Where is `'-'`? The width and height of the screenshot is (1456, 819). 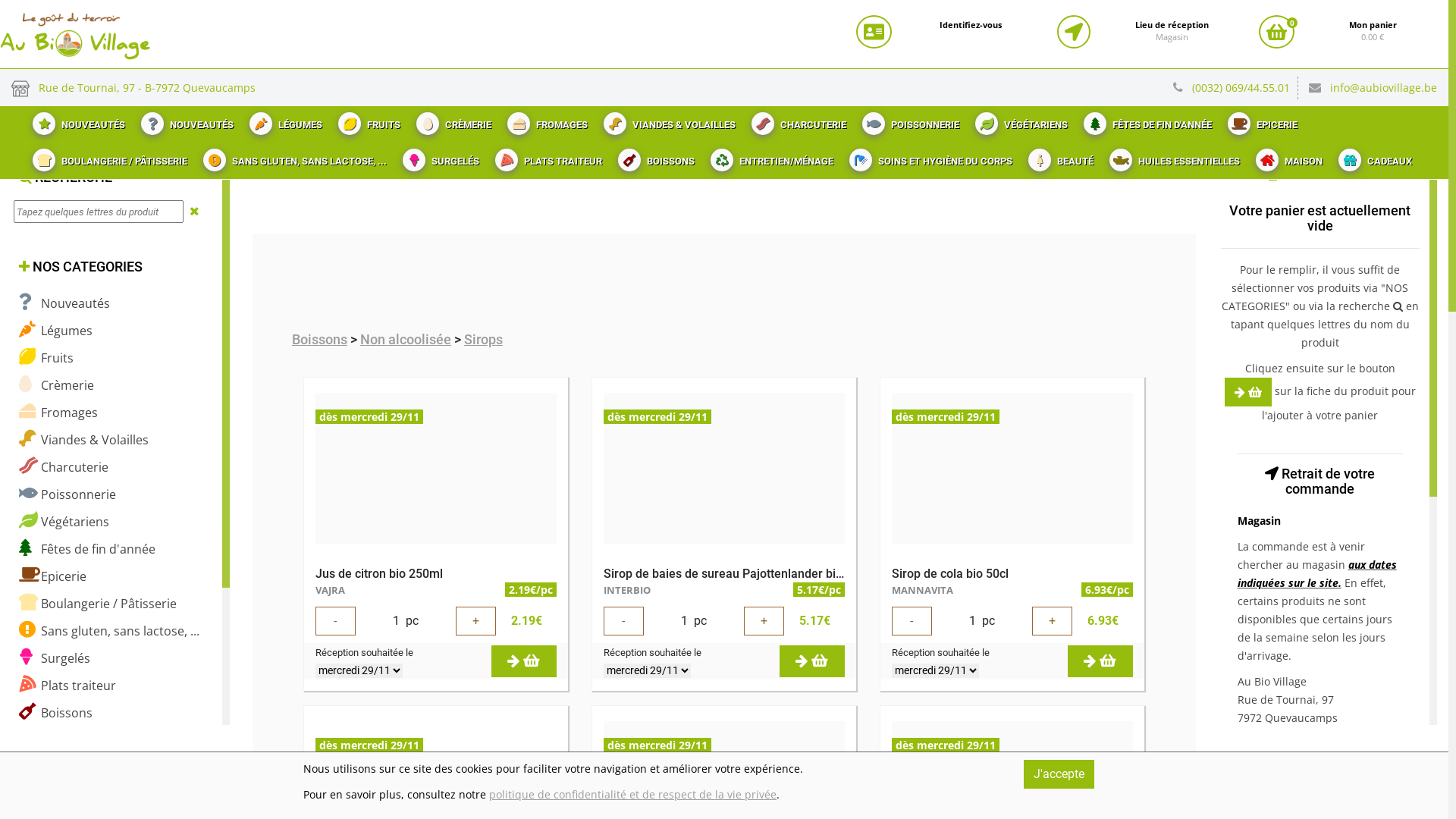 '-' is located at coordinates (334, 620).